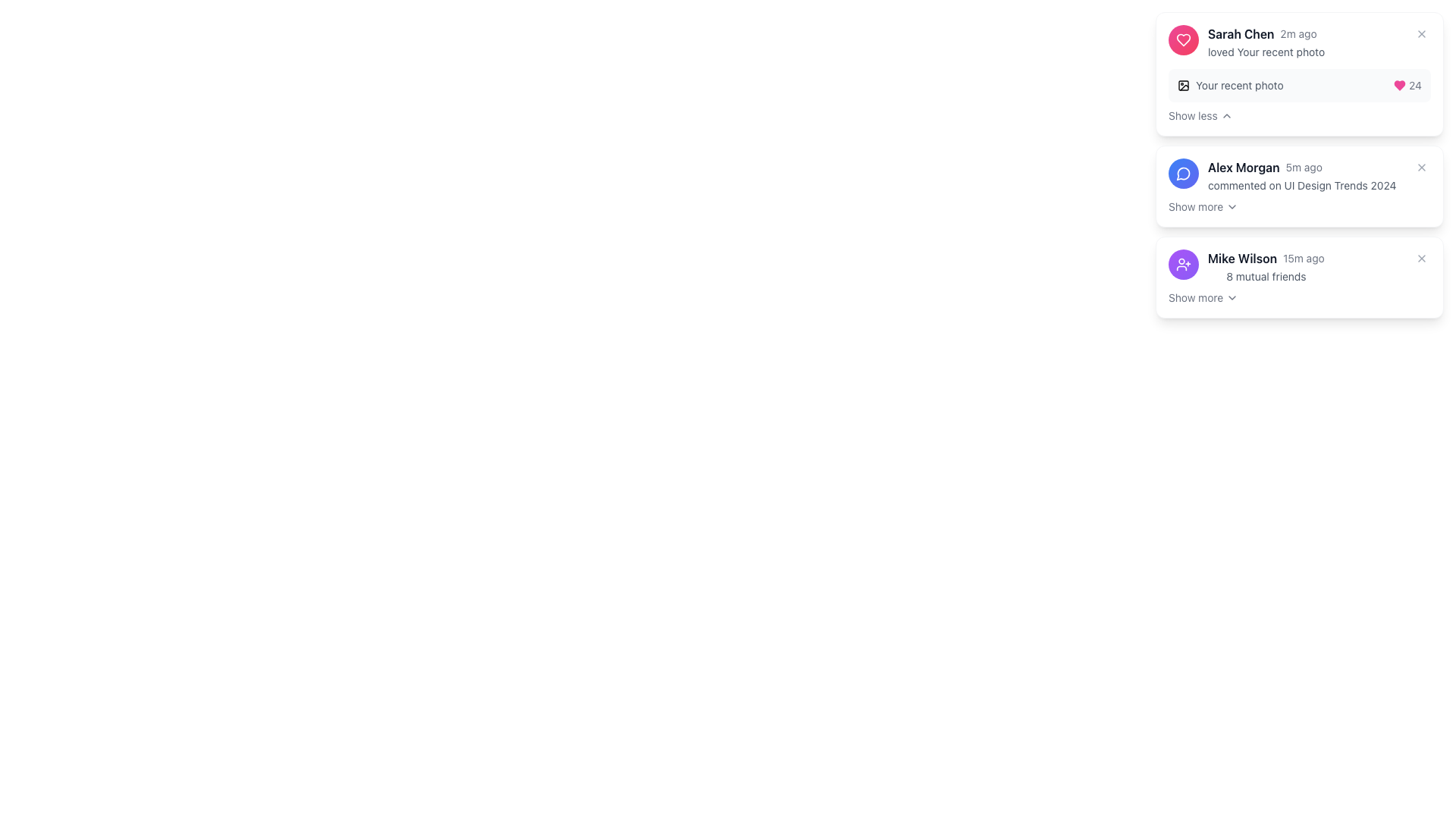 The width and height of the screenshot is (1456, 819). Describe the element at coordinates (1239, 85) in the screenshot. I see `text content of the element displaying 'Your recent photo', which is a small gray text located within the top notification card, aligned to the right of an image icon` at that location.